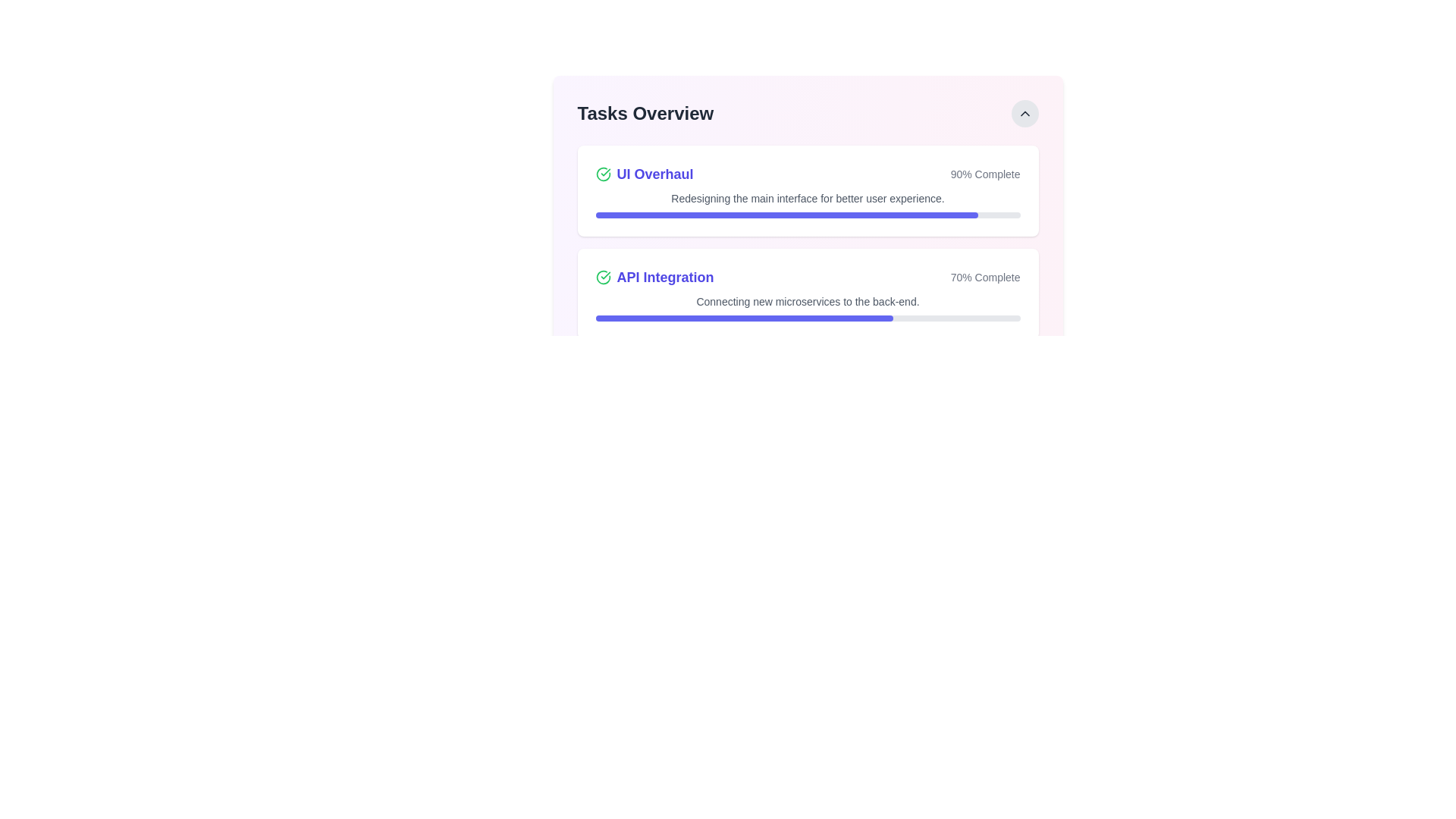 The width and height of the screenshot is (1456, 819). Describe the element at coordinates (602, 174) in the screenshot. I see `the status indicator icon located on the left side of the 'UI Overhaul' header, which visually indicates the task status as 'completed' or 'verified'` at that location.